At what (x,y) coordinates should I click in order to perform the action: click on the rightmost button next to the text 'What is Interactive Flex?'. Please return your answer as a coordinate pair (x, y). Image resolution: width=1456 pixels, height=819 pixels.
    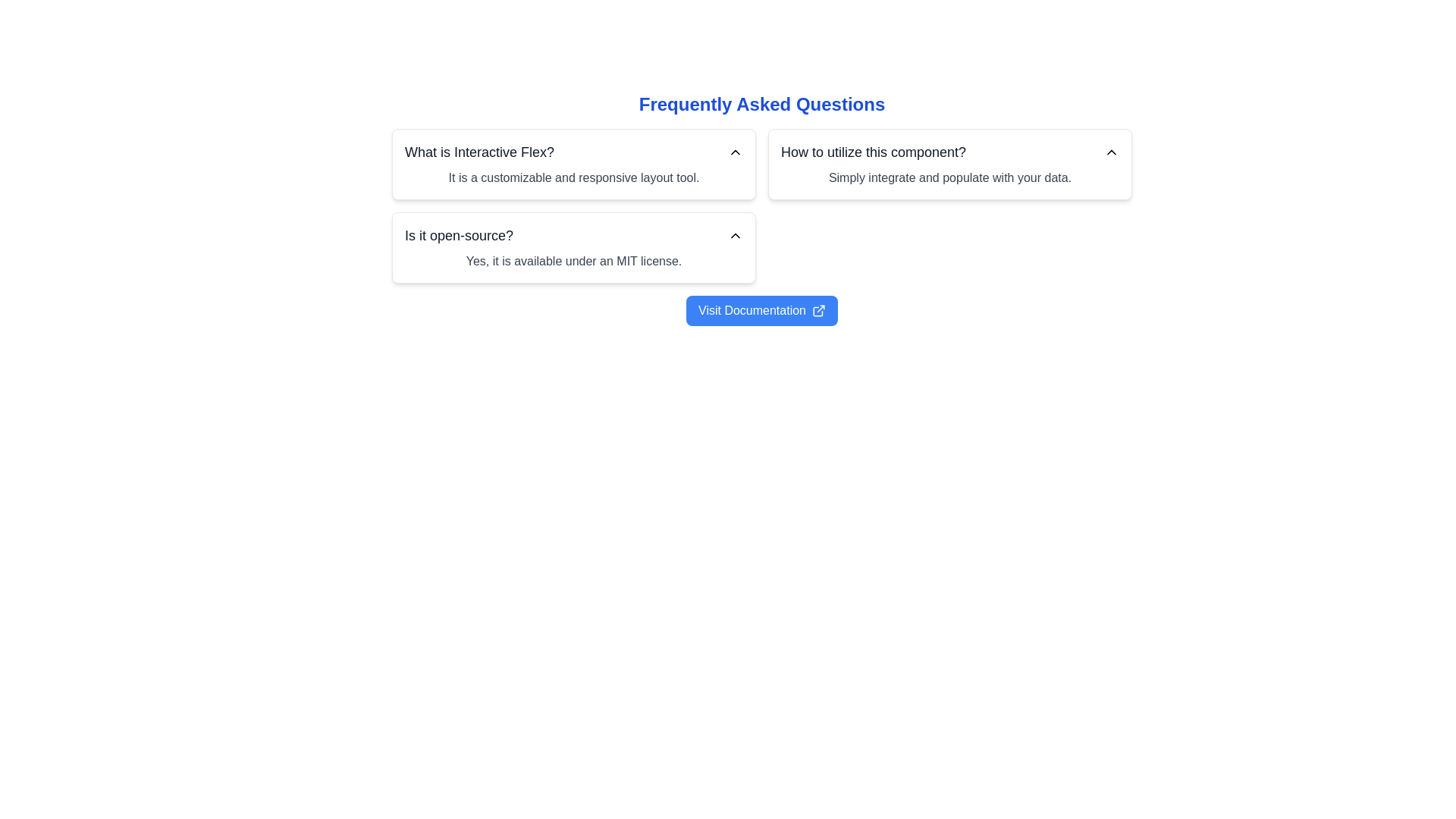
    Looking at the image, I should click on (735, 152).